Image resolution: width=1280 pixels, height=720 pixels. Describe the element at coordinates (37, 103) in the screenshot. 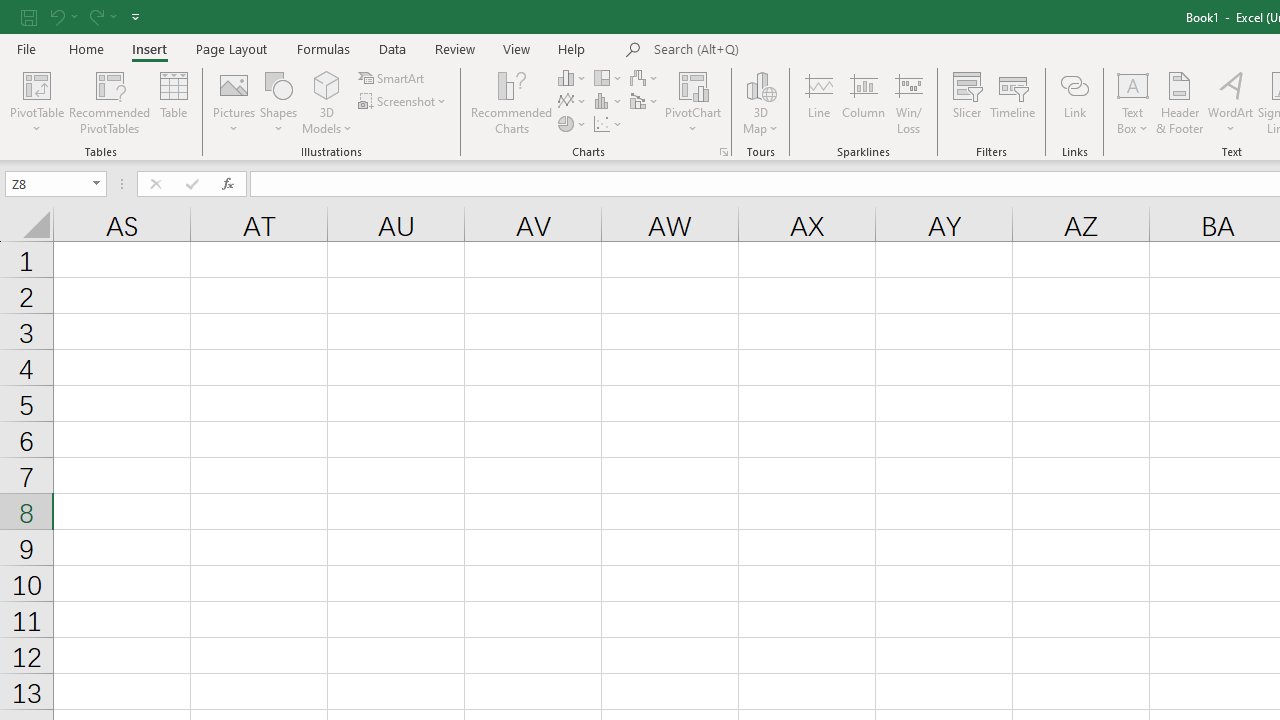

I see `'PivotTable'` at that location.